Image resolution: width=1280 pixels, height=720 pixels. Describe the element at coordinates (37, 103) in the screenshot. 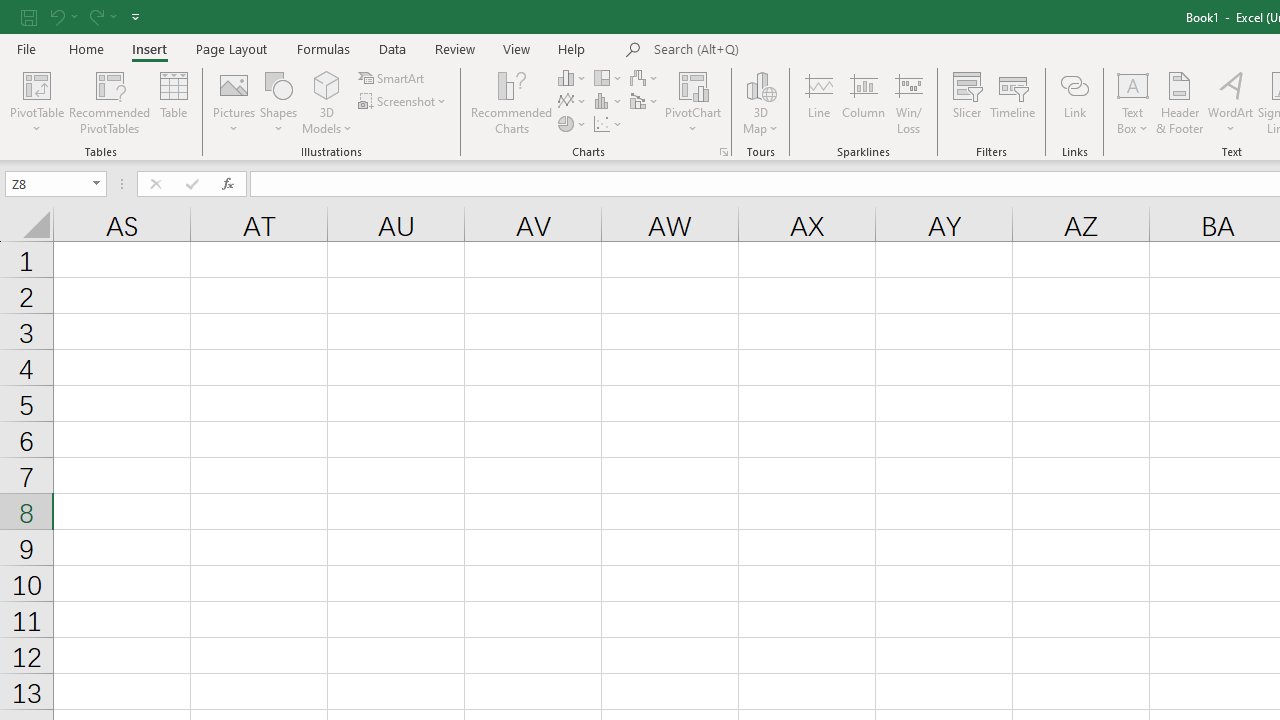

I see `'PivotTable'` at that location.